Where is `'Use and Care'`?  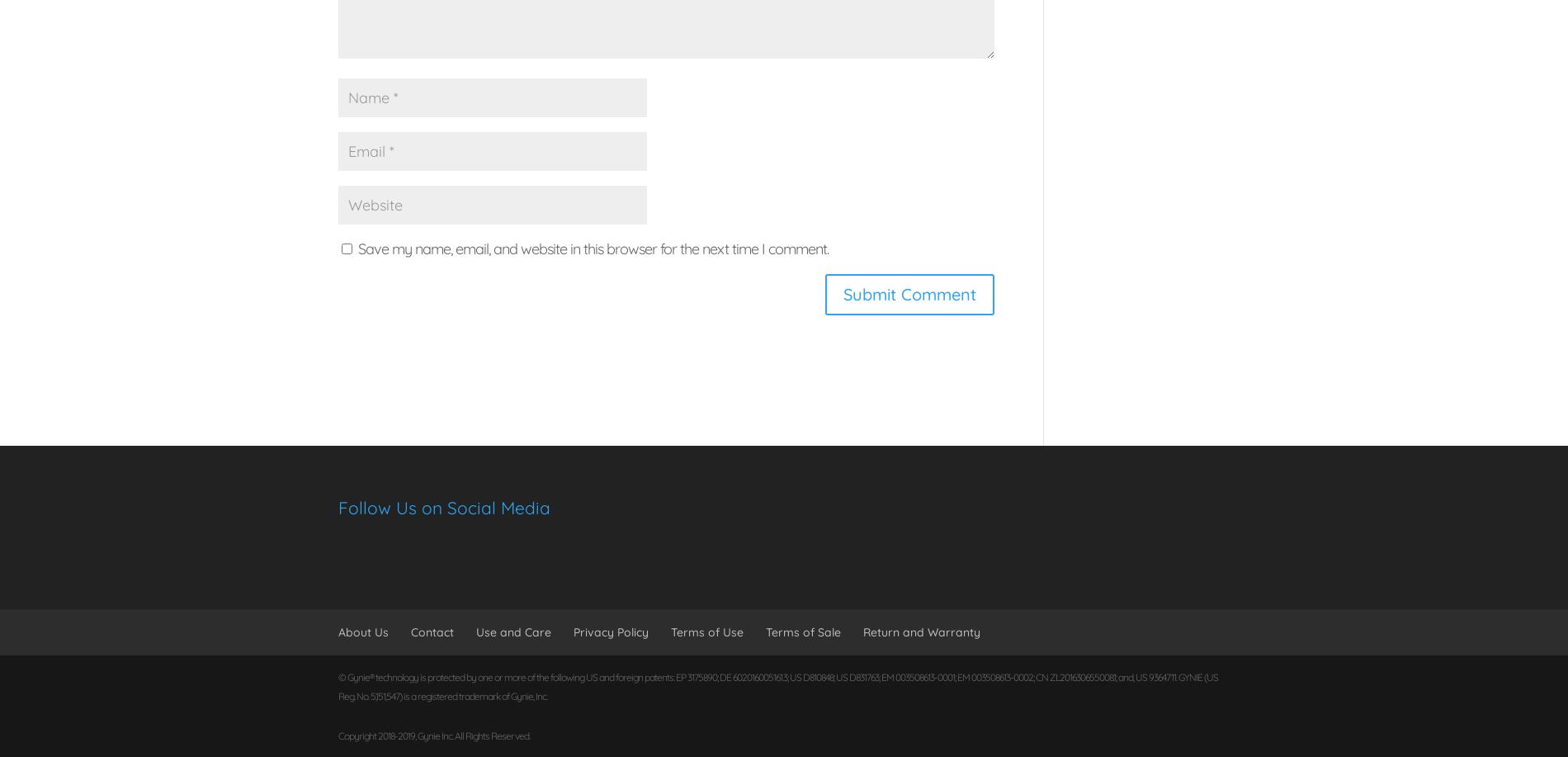
'Use and Care' is located at coordinates (513, 630).